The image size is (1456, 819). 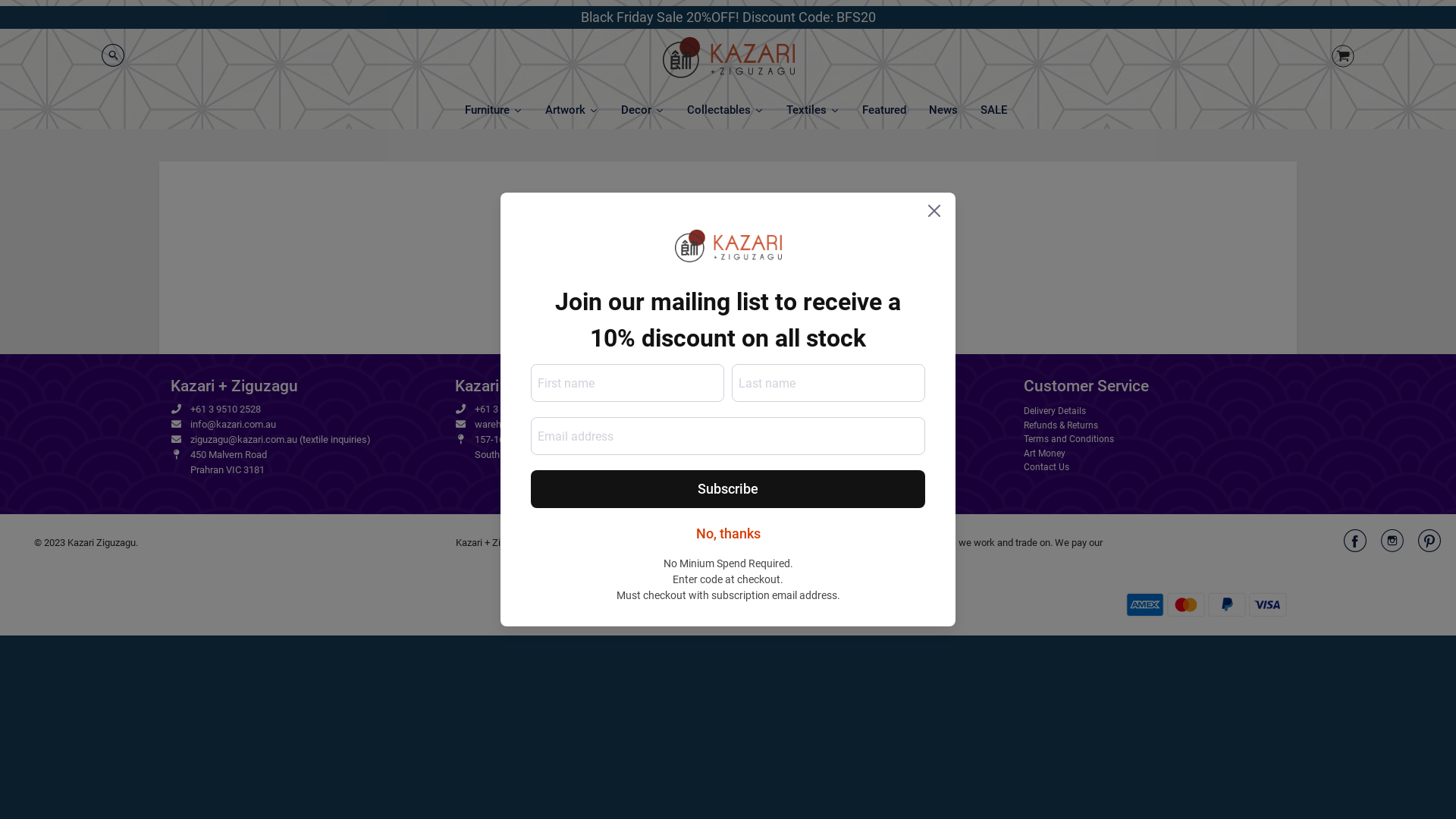 I want to click on 'SALE', so click(x=993, y=109).